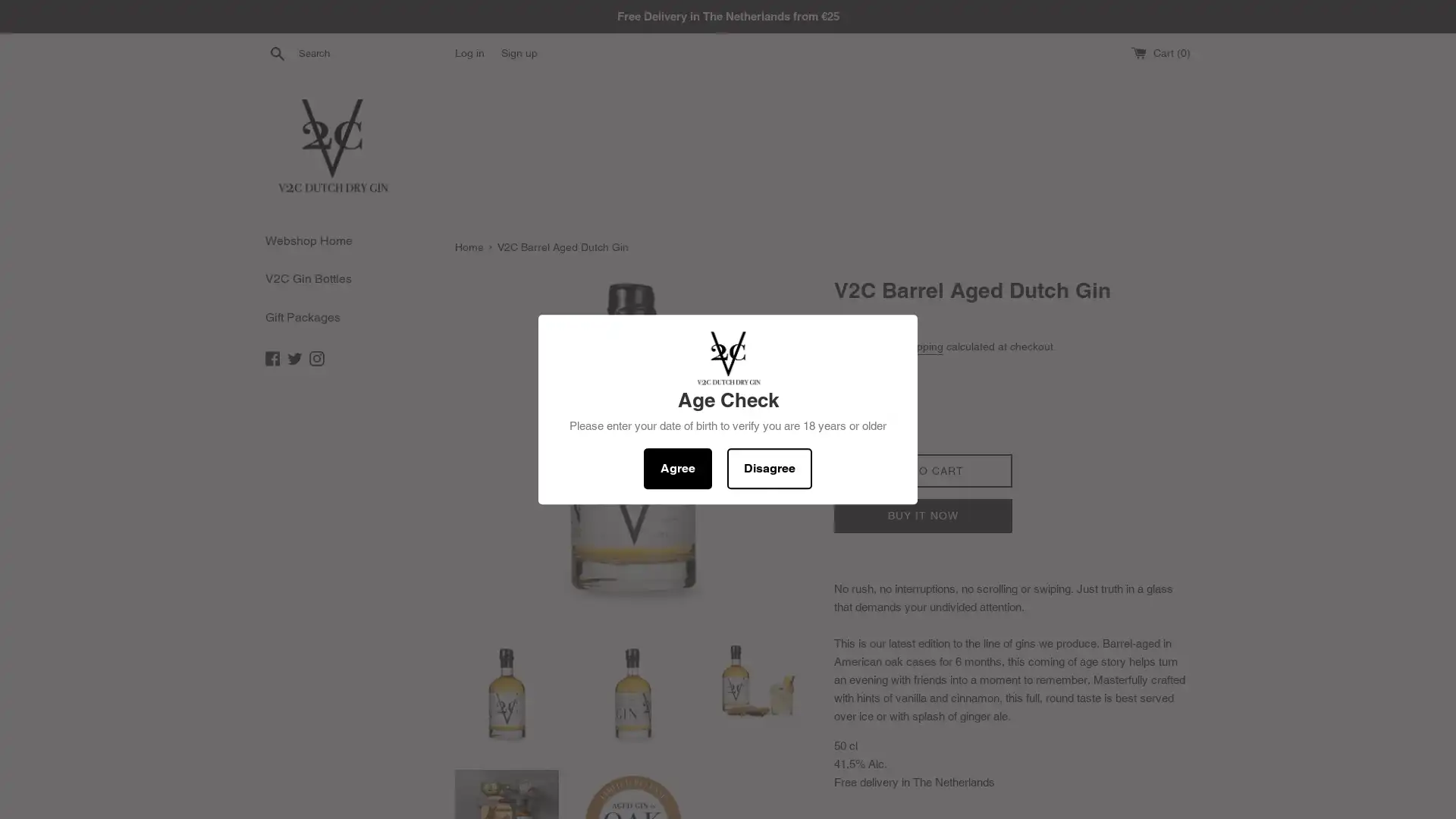 The height and width of the screenshot is (819, 1456). I want to click on Disagree, so click(769, 467).